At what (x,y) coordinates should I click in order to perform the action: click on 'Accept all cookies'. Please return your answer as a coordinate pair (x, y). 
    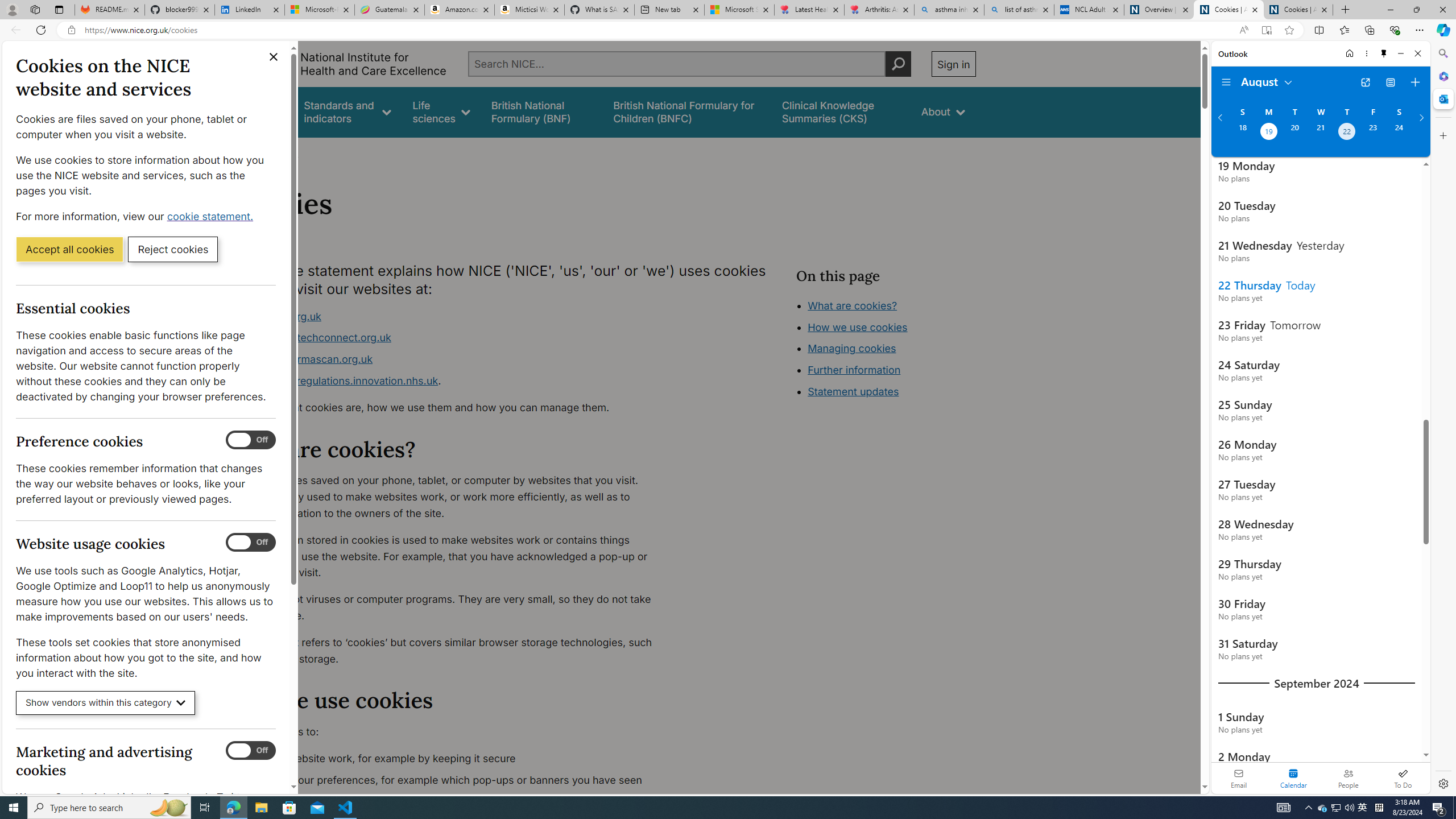
    Looking at the image, I should click on (69, 248).